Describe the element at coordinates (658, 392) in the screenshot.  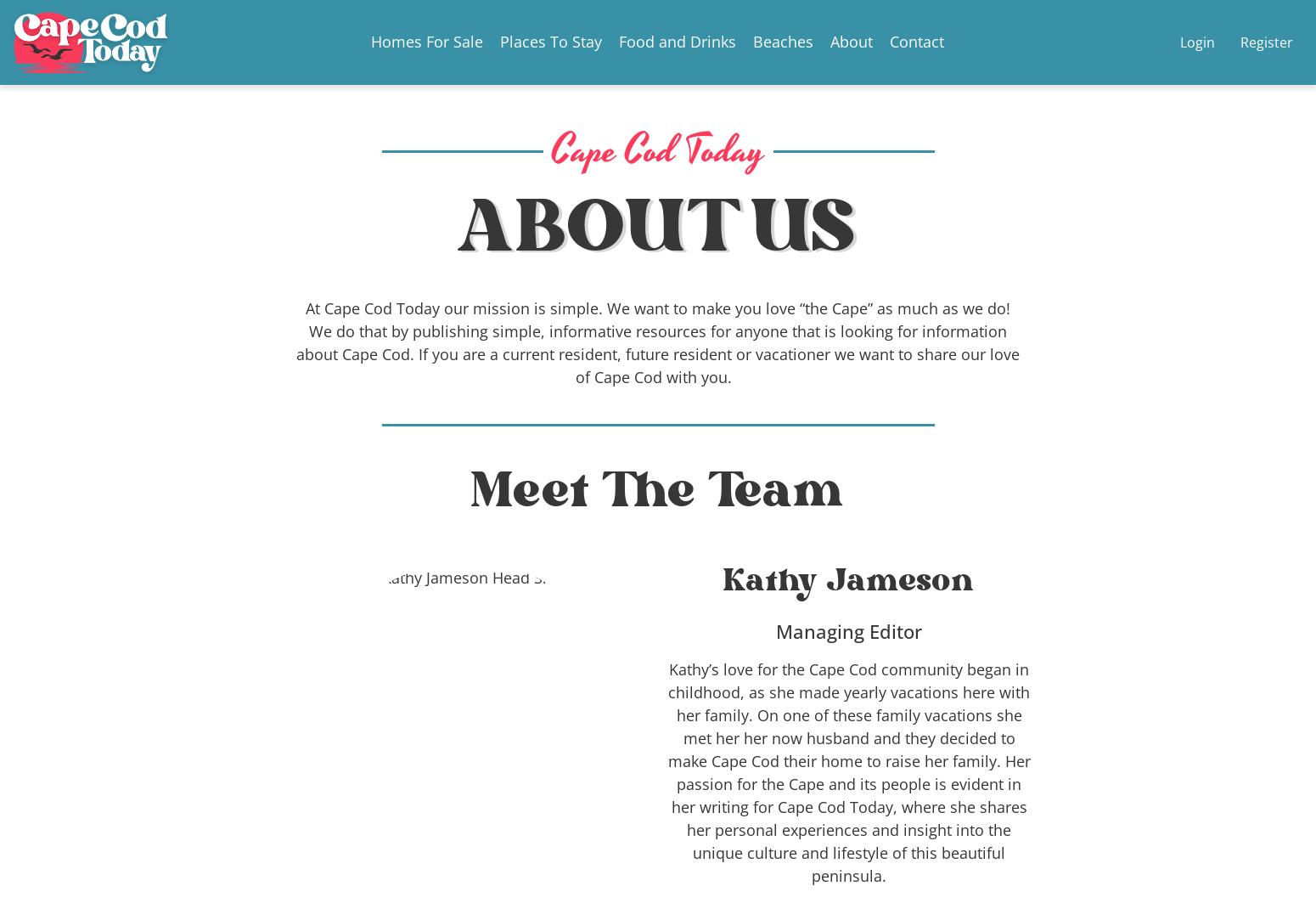
I see `'15 Best Restaurants in Harwich Massachusetts'` at that location.